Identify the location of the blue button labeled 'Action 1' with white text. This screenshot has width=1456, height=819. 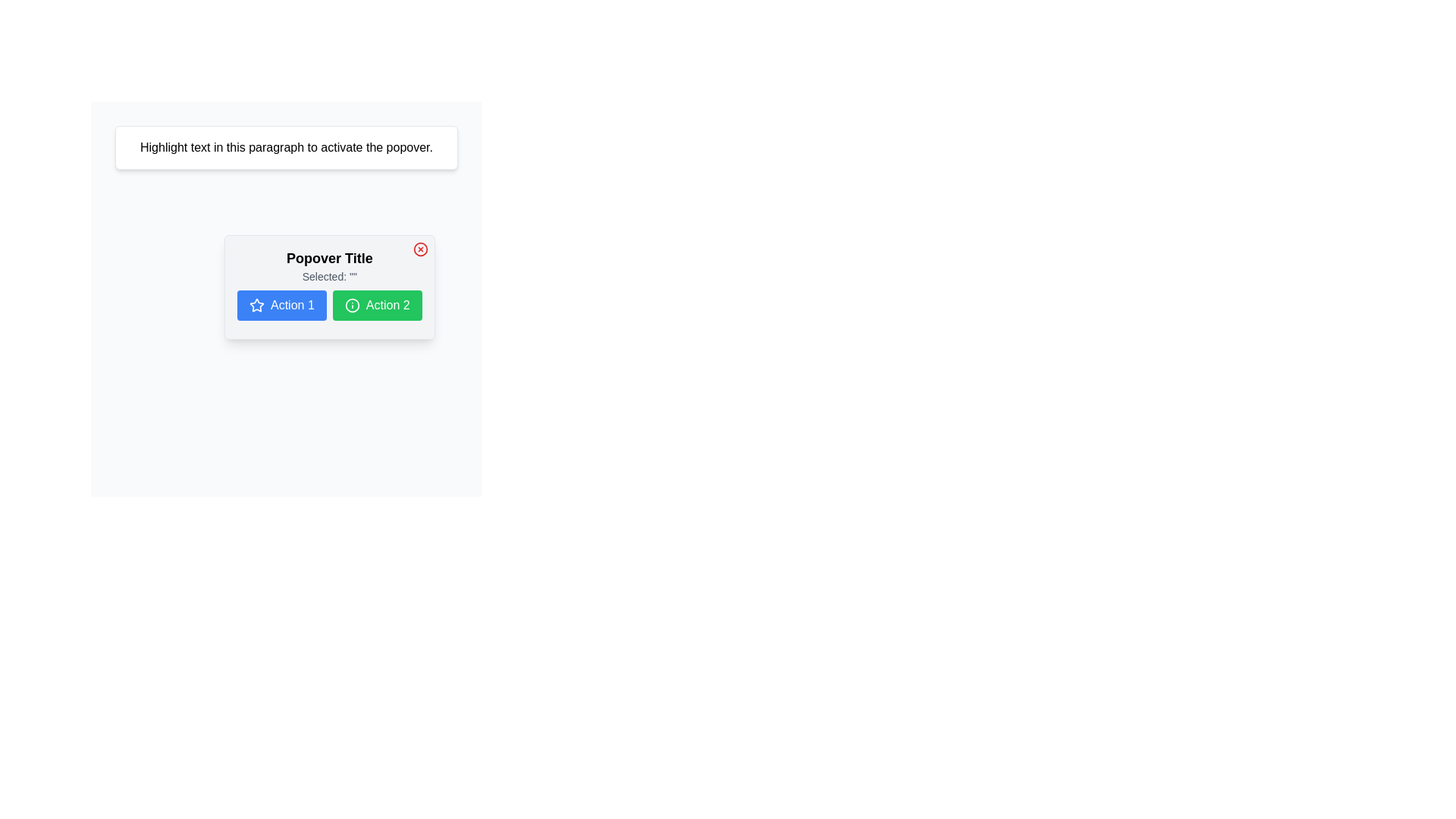
(281, 305).